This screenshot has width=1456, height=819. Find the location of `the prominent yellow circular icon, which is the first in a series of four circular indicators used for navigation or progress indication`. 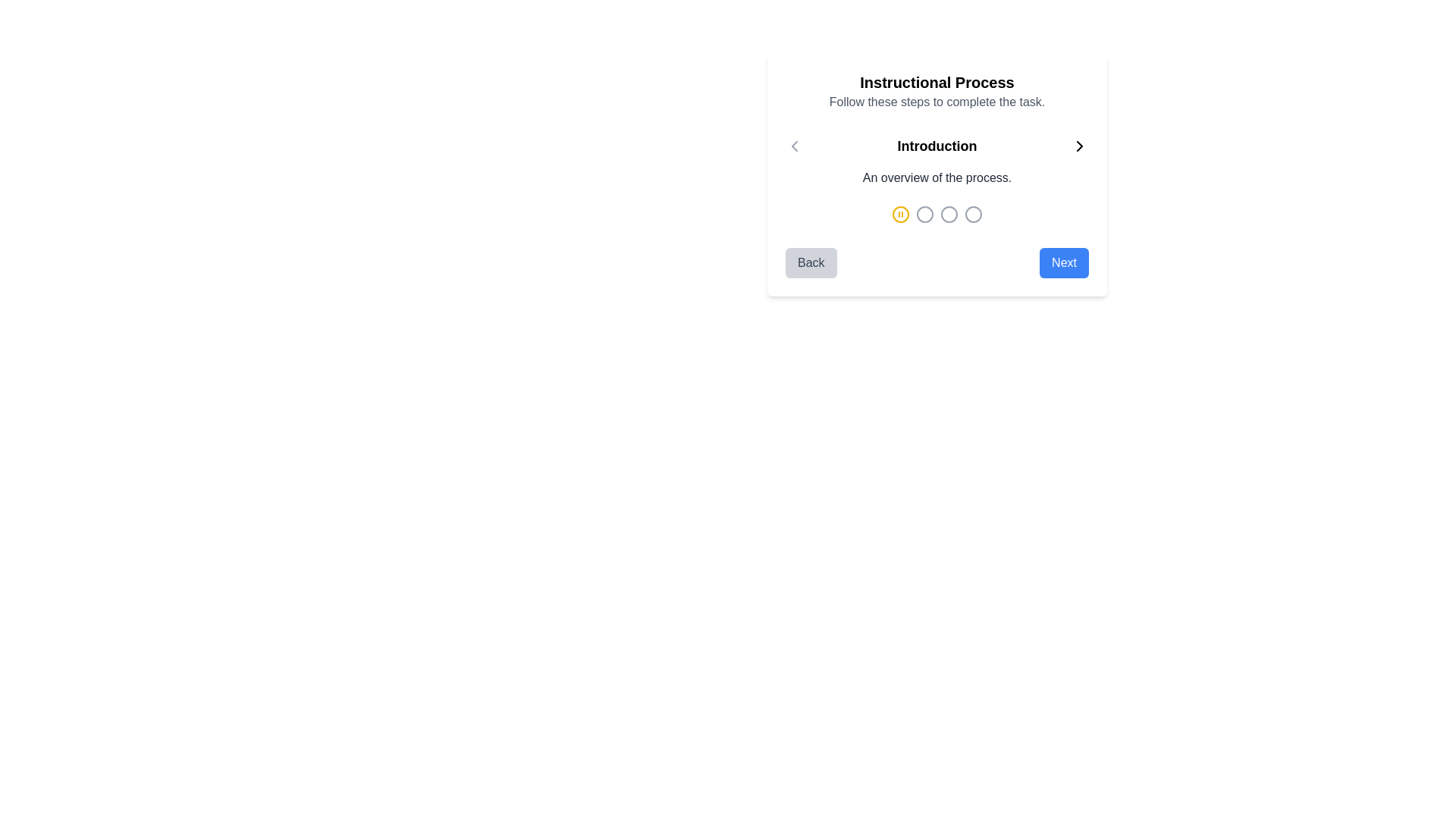

the prominent yellow circular icon, which is the first in a series of four circular indicators used for navigation or progress indication is located at coordinates (901, 214).